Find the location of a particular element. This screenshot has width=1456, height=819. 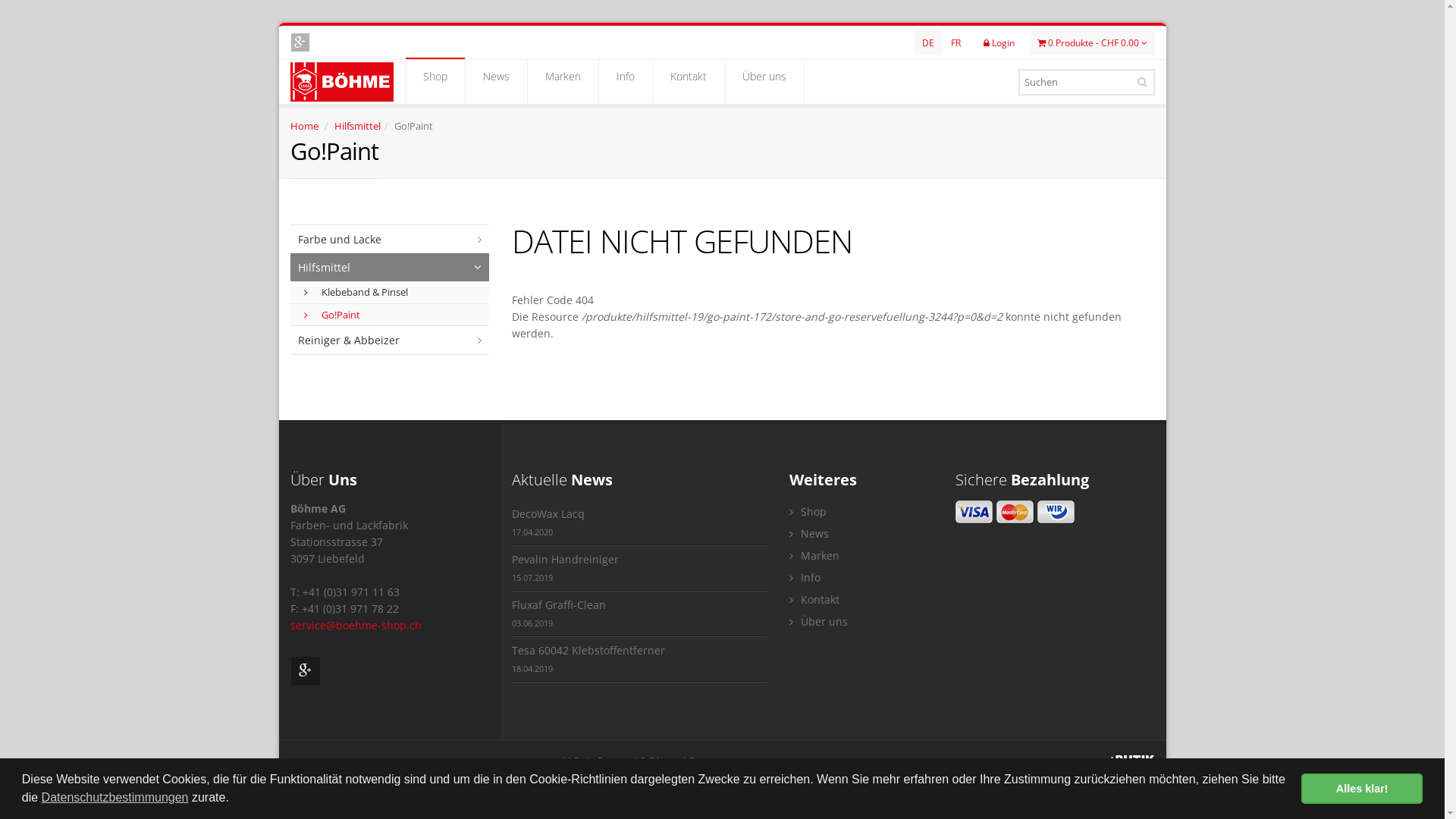

'Login' is located at coordinates (998, 42).